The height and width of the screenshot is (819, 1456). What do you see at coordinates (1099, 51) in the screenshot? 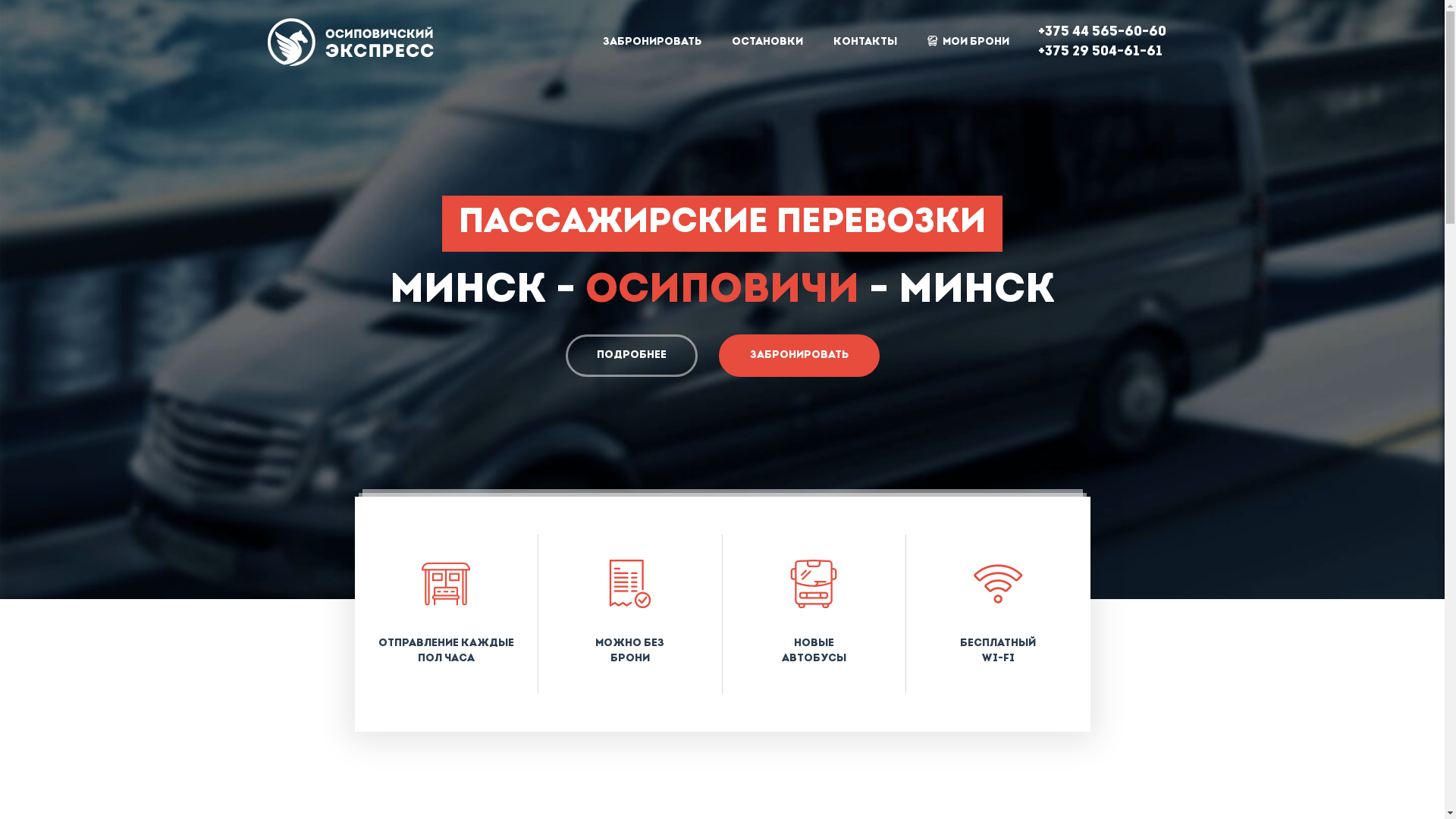
I see `'+375 29 504-61-61'` at bounding box center [1099, 51].